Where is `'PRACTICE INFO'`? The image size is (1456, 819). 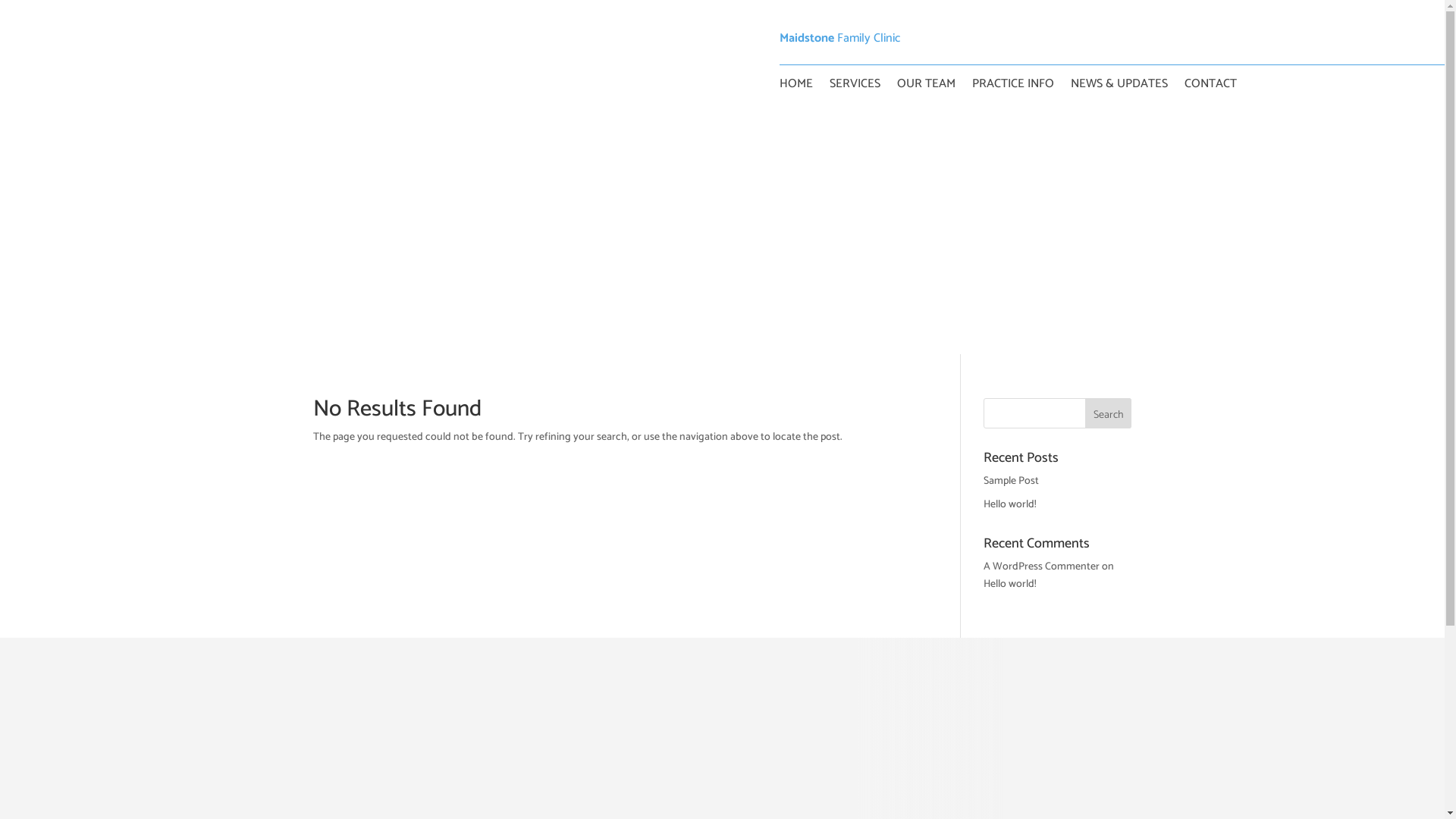
'PRACTICE INFO' is located at coordinates (1012, 87).